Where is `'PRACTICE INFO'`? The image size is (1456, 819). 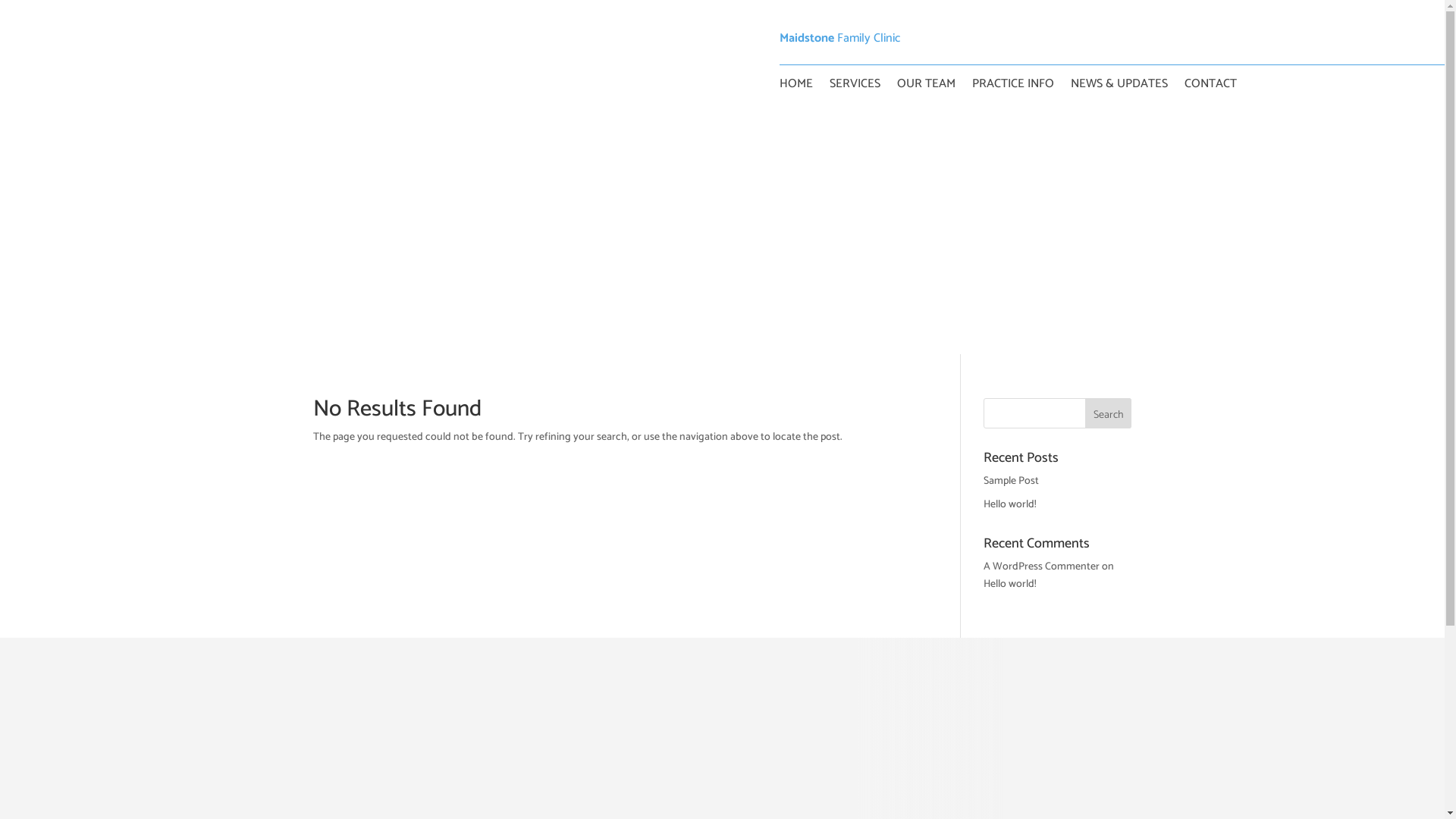
'PRACTICE INFO' is located at coordinates (1012, 87).